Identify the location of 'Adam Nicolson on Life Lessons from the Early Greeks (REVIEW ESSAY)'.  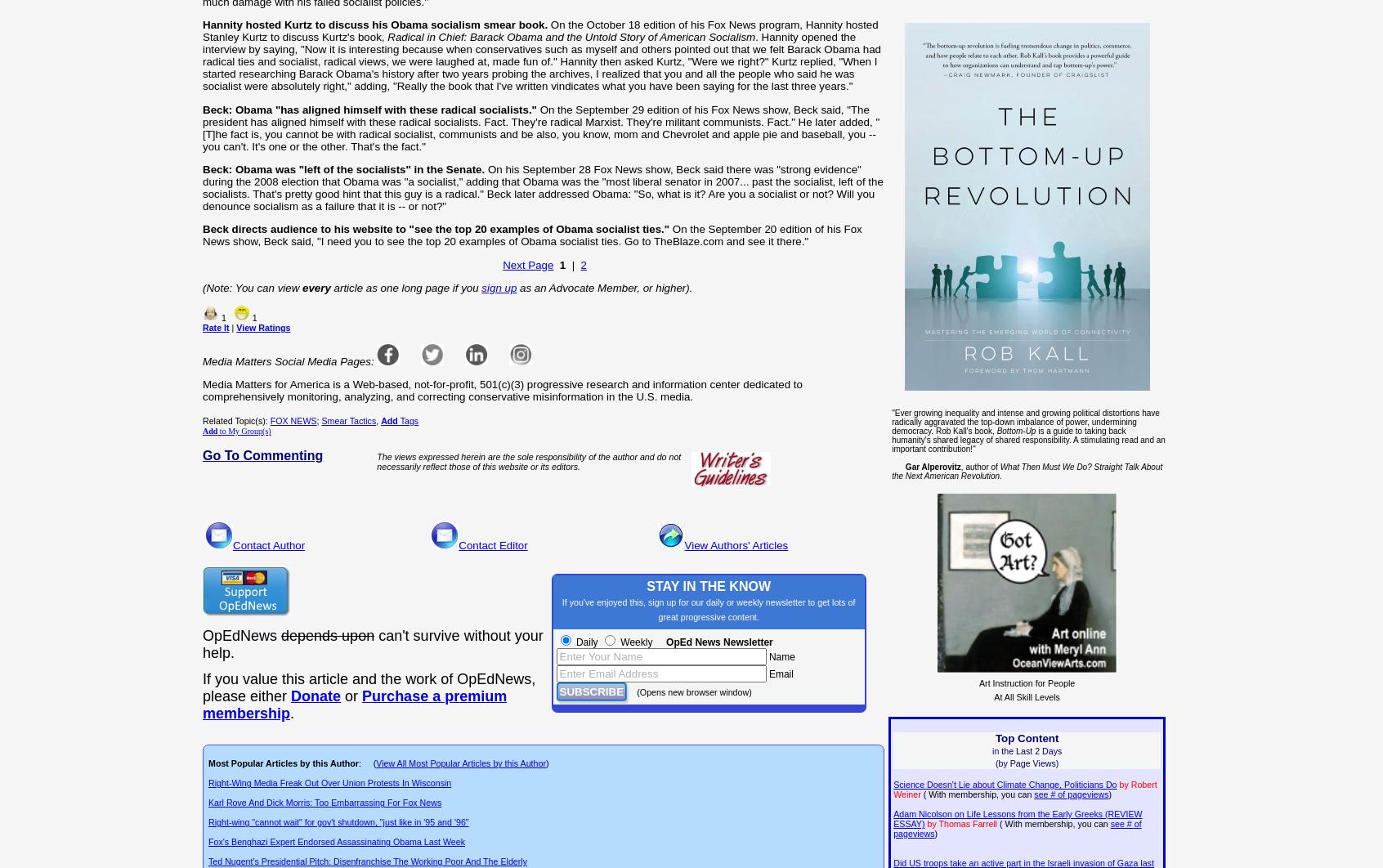
(893, 817).